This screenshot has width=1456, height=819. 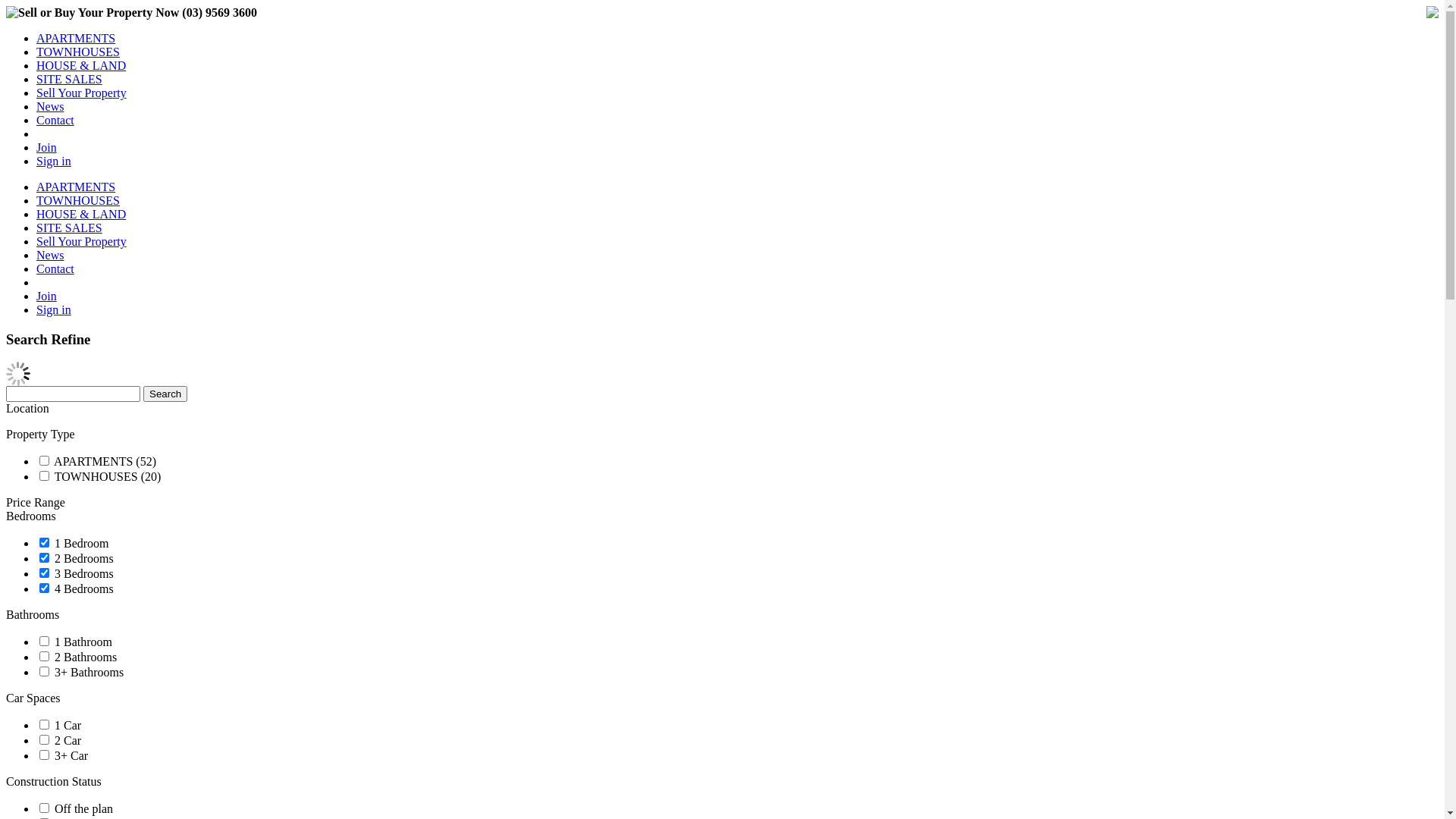 What do you see at coordinates (36, 119) in the screenshot?
I see `'Contact'` at bounding box center [36, 119].